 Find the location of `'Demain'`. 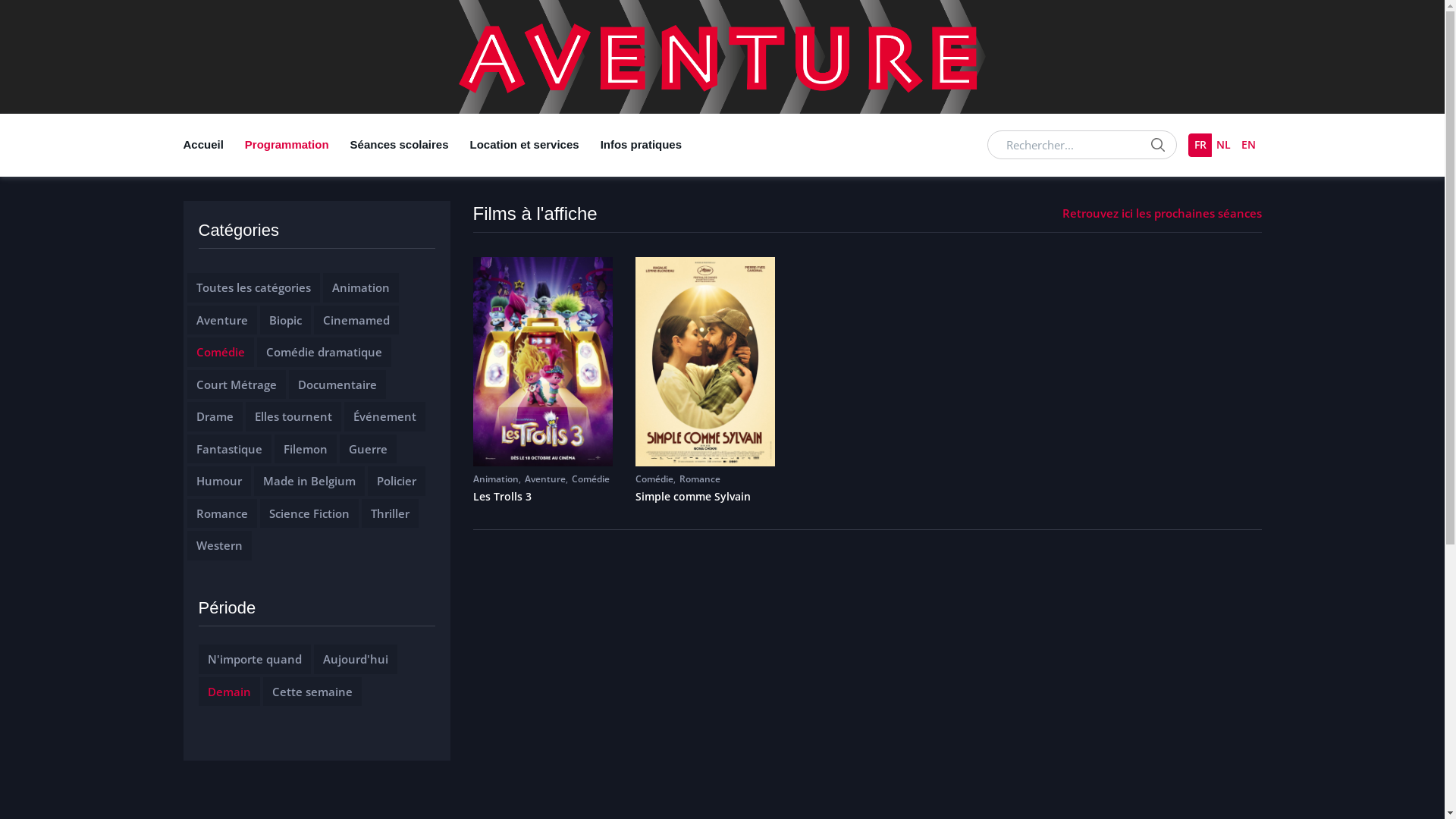

'Demain' is located at coordinates (228, 691).